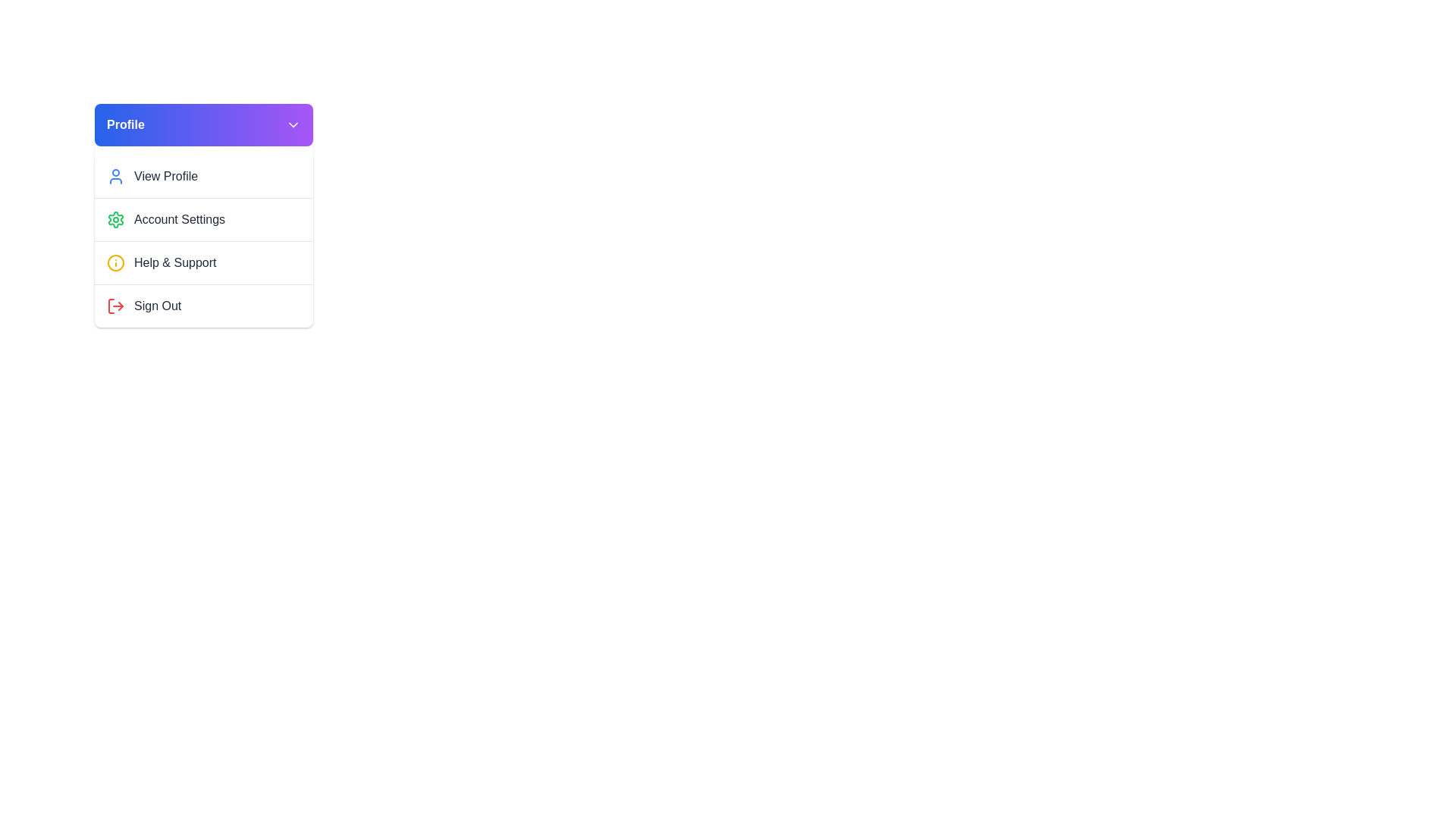  I want to click on the blue-tinted circular icon of a human figure located leftmost in the 'View Profile' option under the 'Profile' dropdown menu, so click(115, 175).